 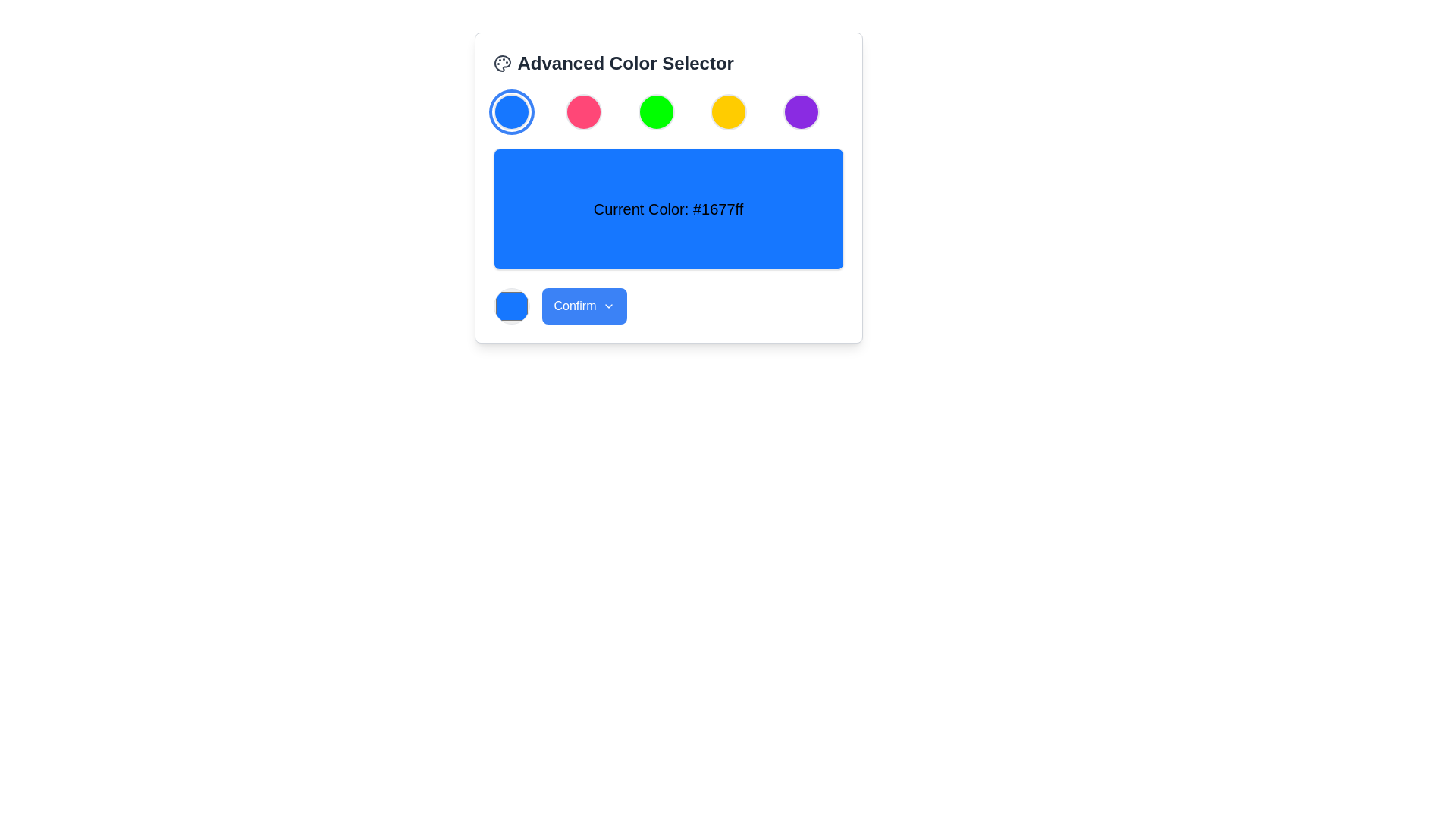 What do you see at coordinates (583, 111) in the screenshot?
I see `the second circular pink button in the 'Color Selector' section` at bounding box center [583, 111].